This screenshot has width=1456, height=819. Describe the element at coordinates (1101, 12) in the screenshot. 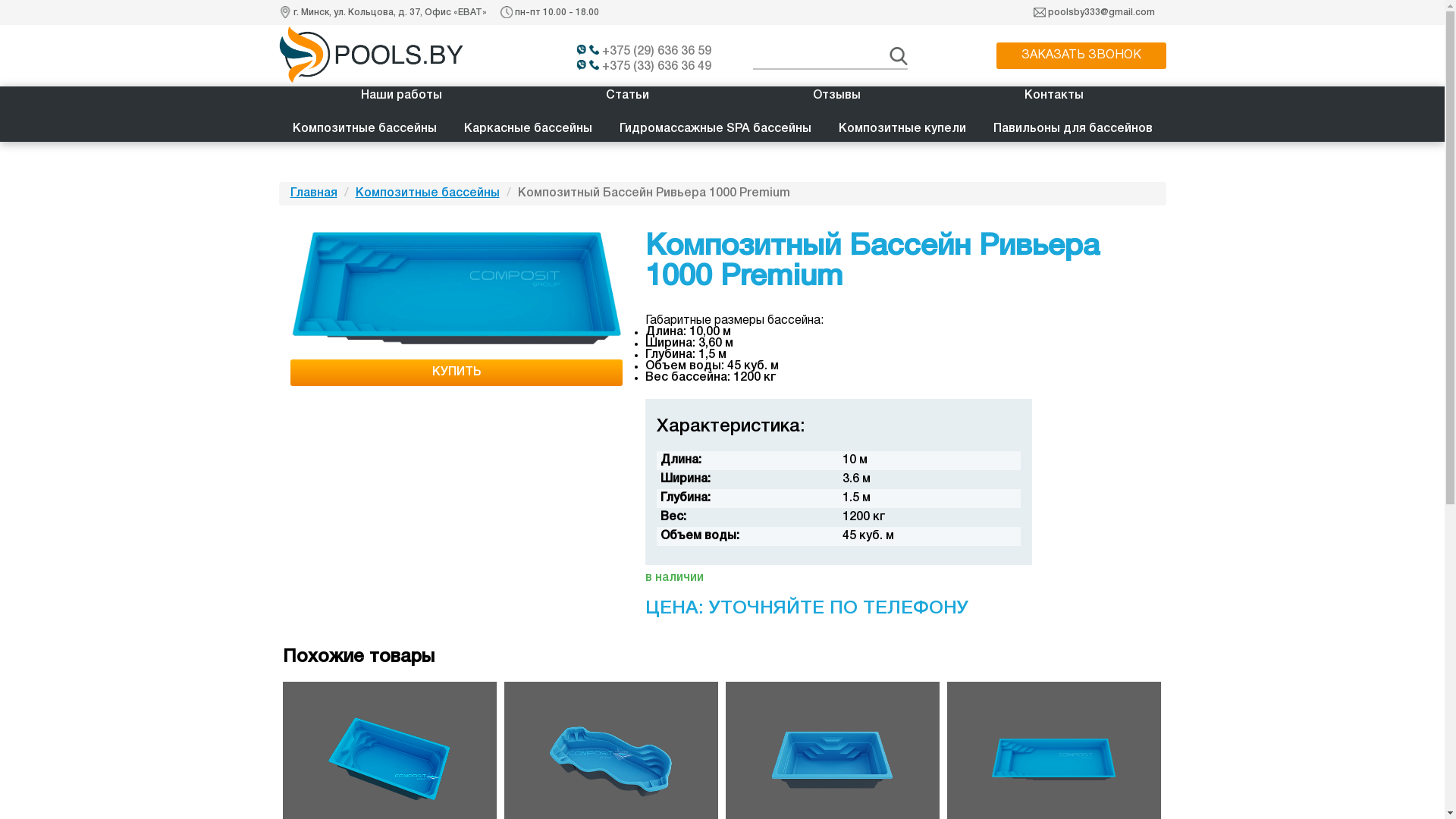

I see `'poolsby333@gmail.com'` at that location.